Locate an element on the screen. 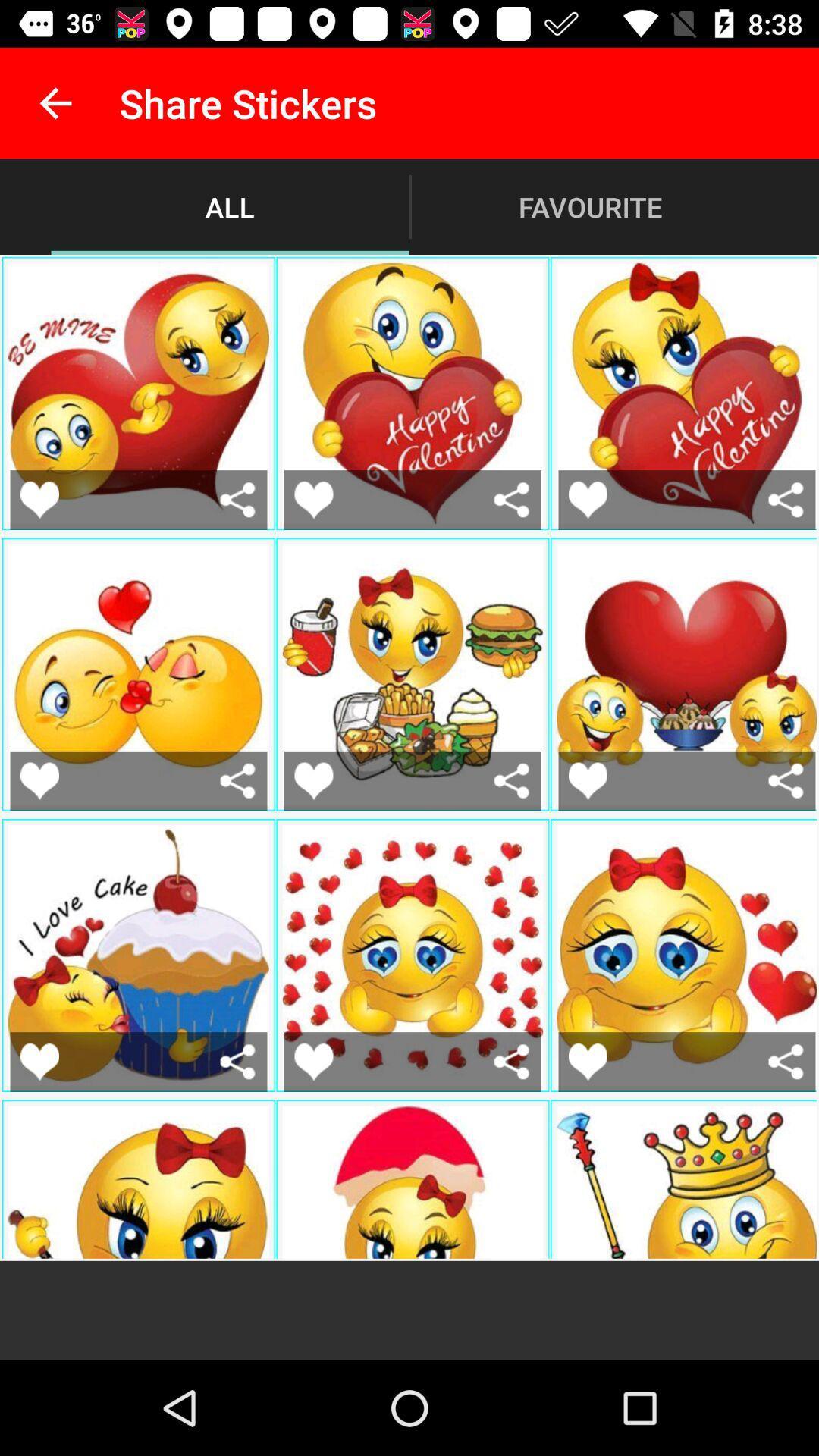  press to like is located at coordinates (312, 780).